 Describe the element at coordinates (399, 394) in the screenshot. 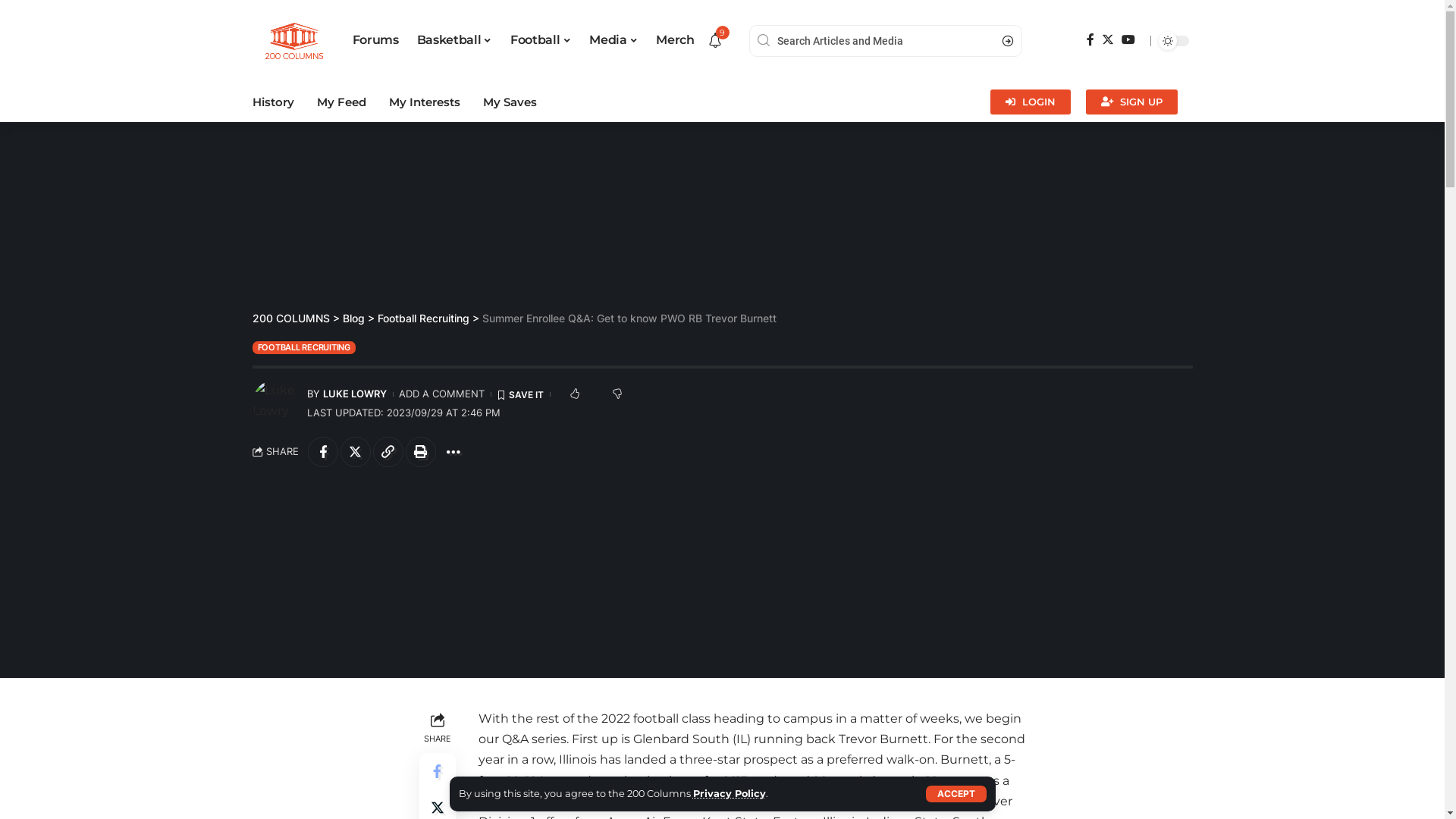

I see `'ADD A COMMENT'` at that location.